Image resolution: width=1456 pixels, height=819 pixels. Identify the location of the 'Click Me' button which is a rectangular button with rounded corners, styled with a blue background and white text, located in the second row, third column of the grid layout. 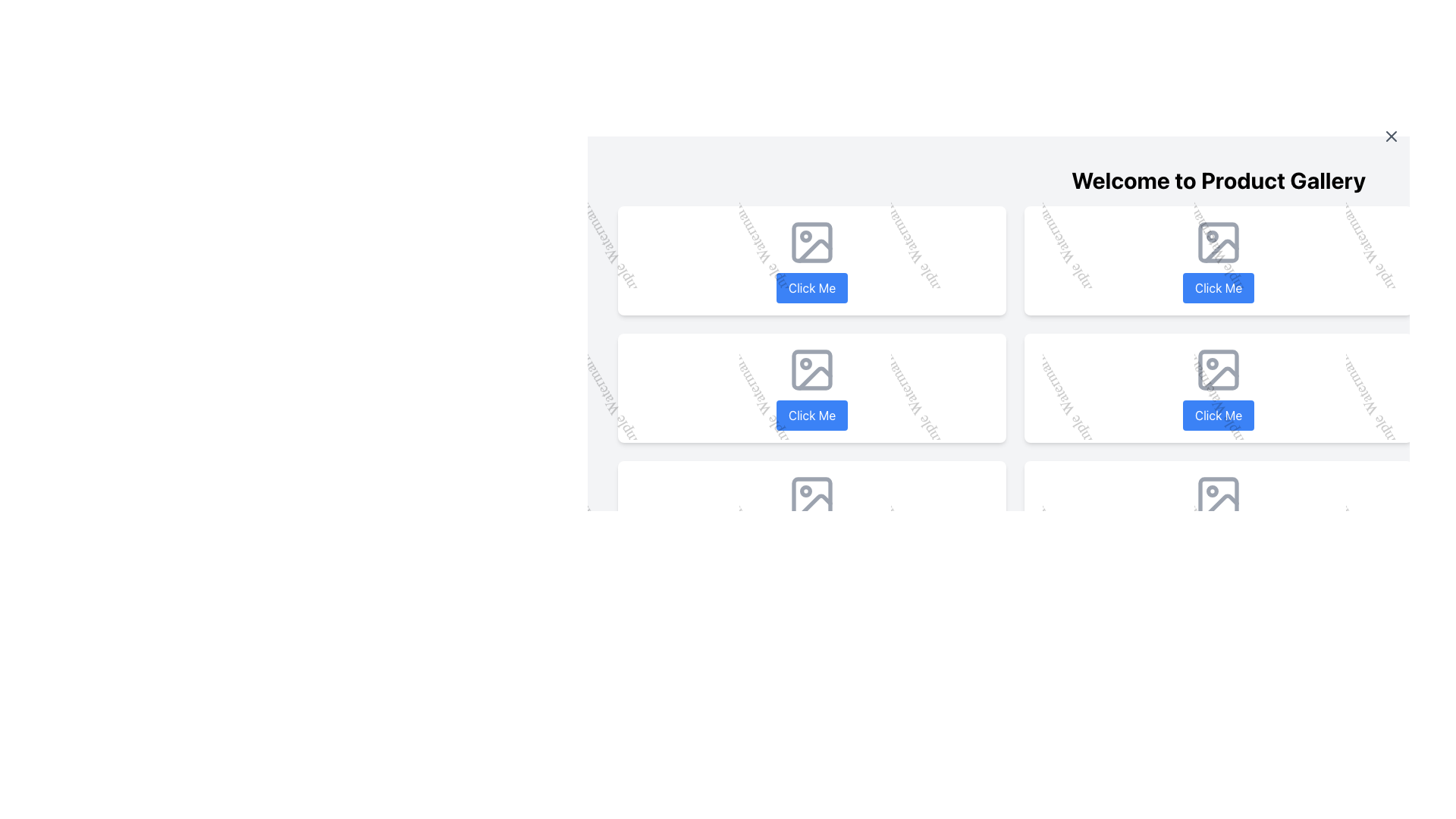
(811, 415).